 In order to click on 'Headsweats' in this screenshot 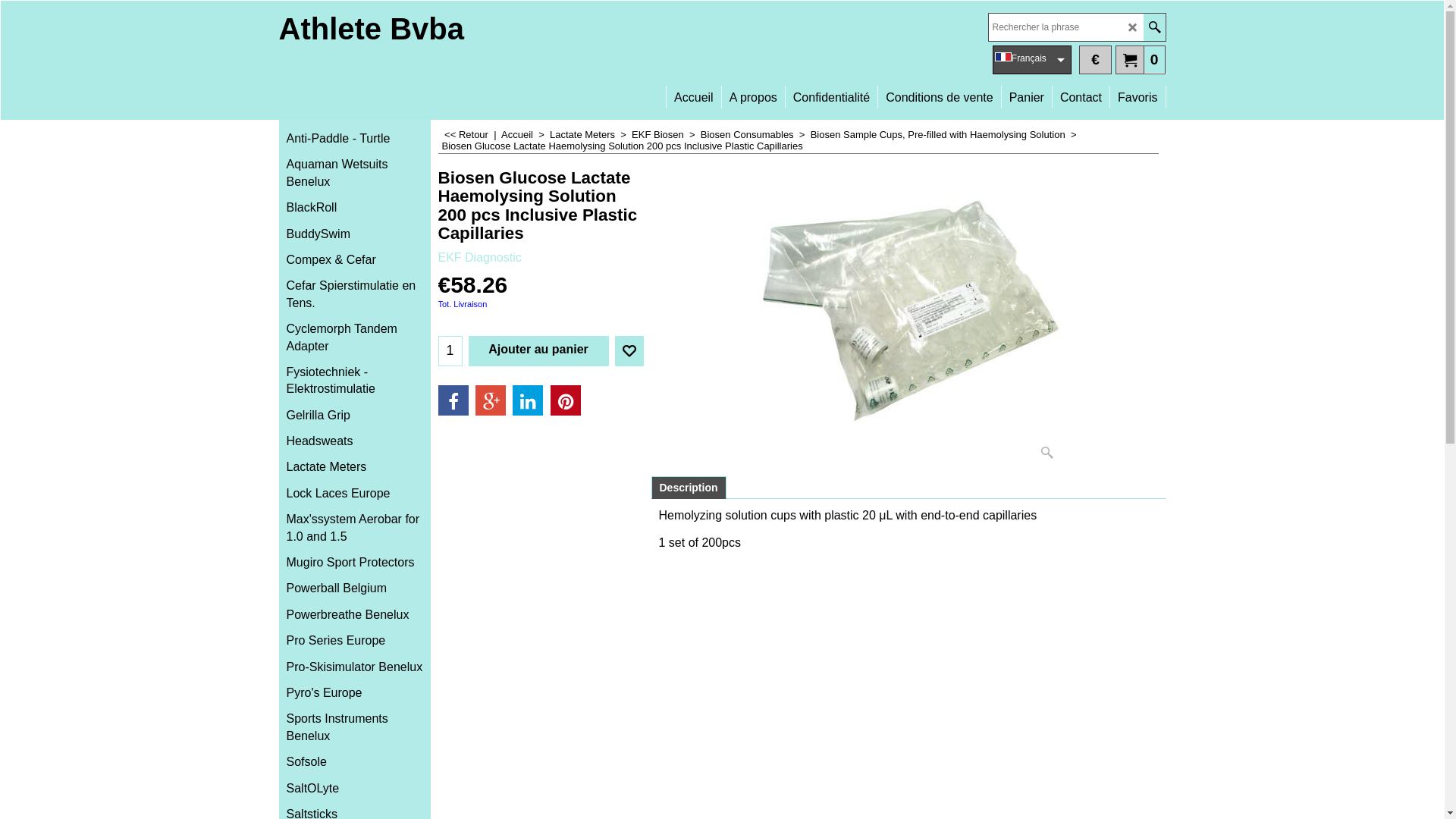, I will do `click(279, 441)`.